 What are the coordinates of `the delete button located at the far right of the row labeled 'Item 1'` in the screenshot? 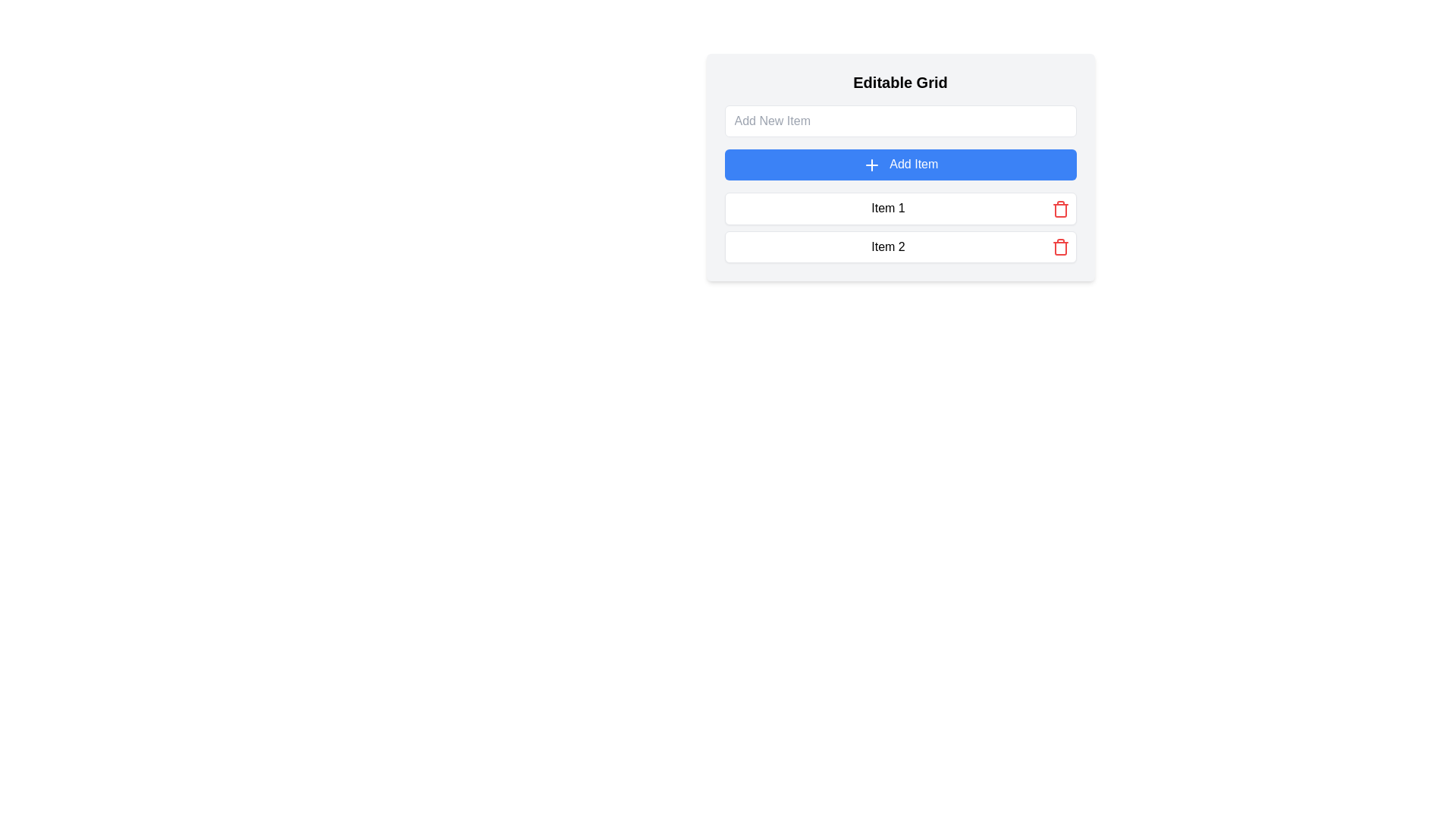 It's located at (1059, 209).